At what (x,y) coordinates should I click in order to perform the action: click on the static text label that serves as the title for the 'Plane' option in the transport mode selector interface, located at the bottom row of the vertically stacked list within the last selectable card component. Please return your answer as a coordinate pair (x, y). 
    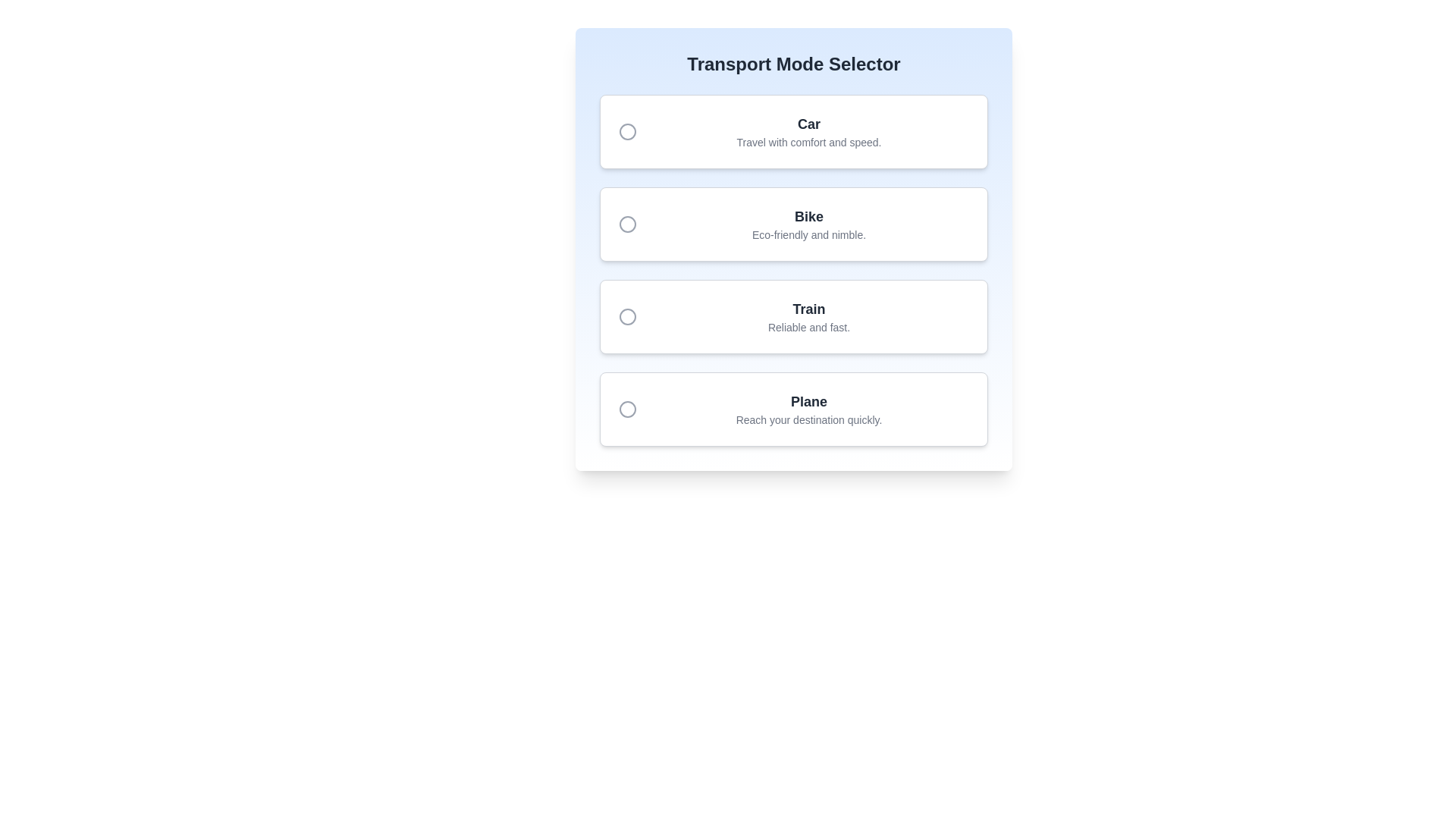
    Looking at the image, I should click on (808, 400).